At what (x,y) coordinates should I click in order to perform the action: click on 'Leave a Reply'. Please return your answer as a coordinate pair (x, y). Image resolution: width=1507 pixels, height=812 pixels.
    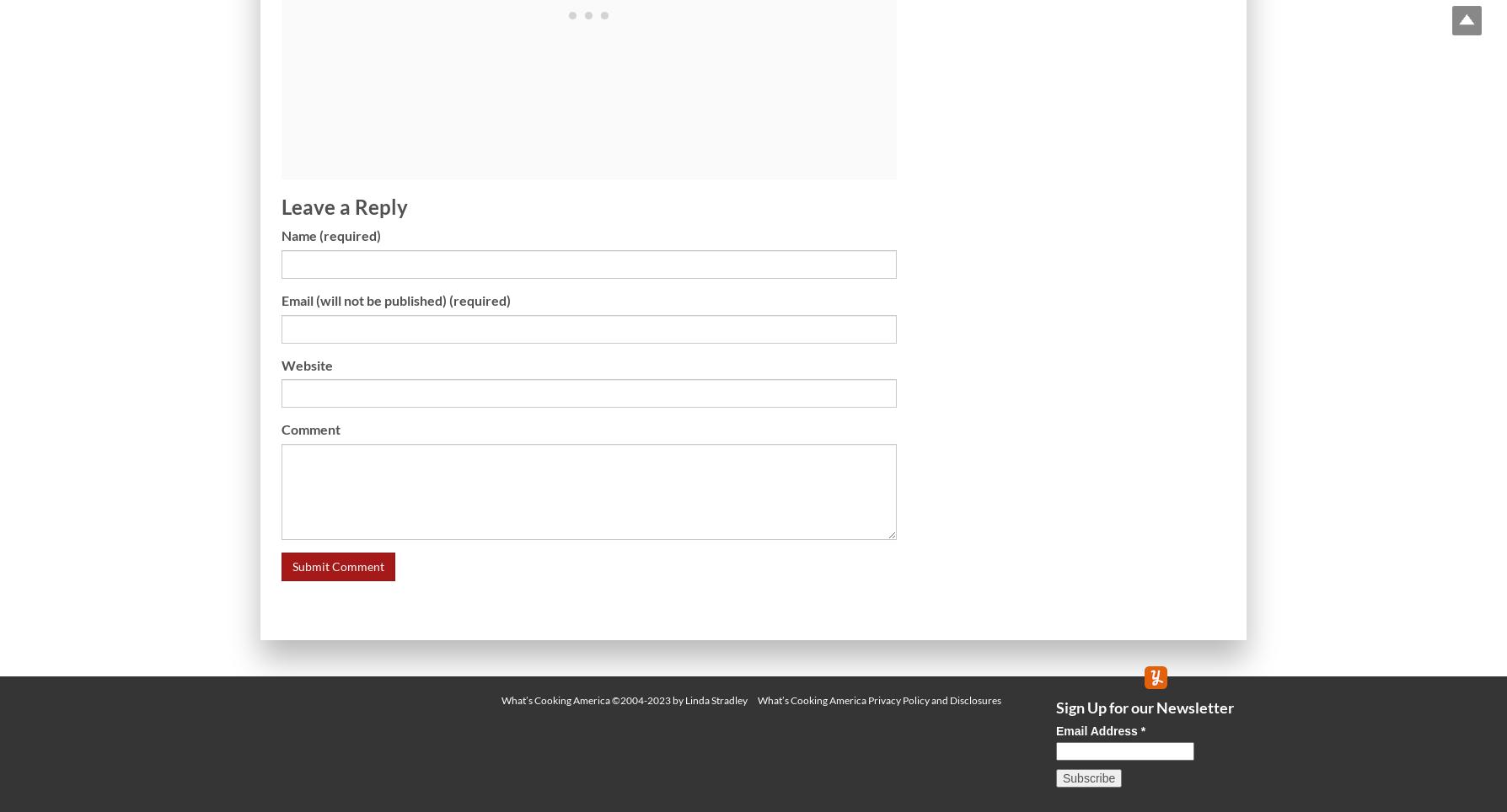
    Looking at the image, I should click on (343, 205).